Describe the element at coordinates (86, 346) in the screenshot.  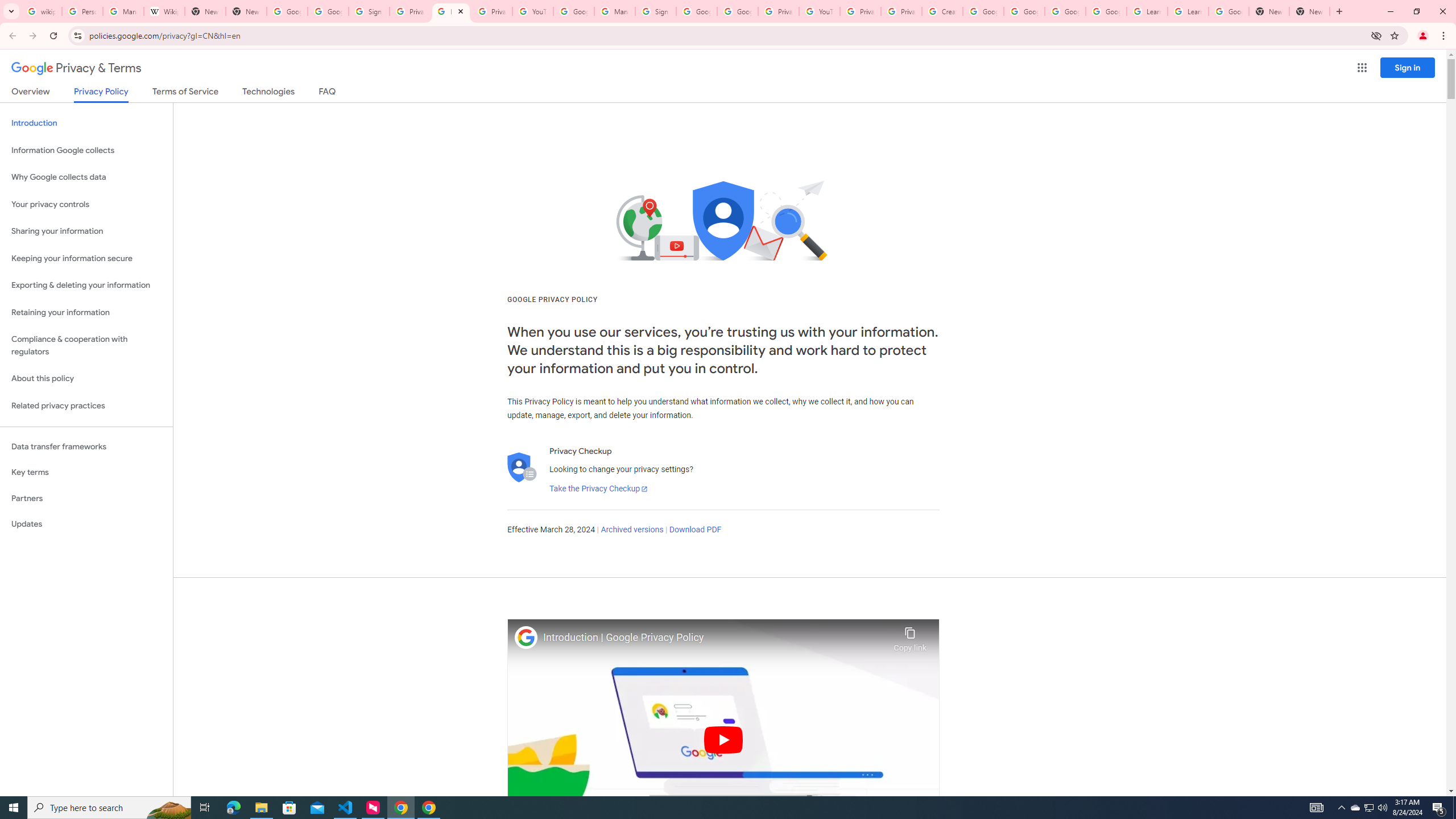
I see `'Compliance & cooperation with regulators'` at that location.